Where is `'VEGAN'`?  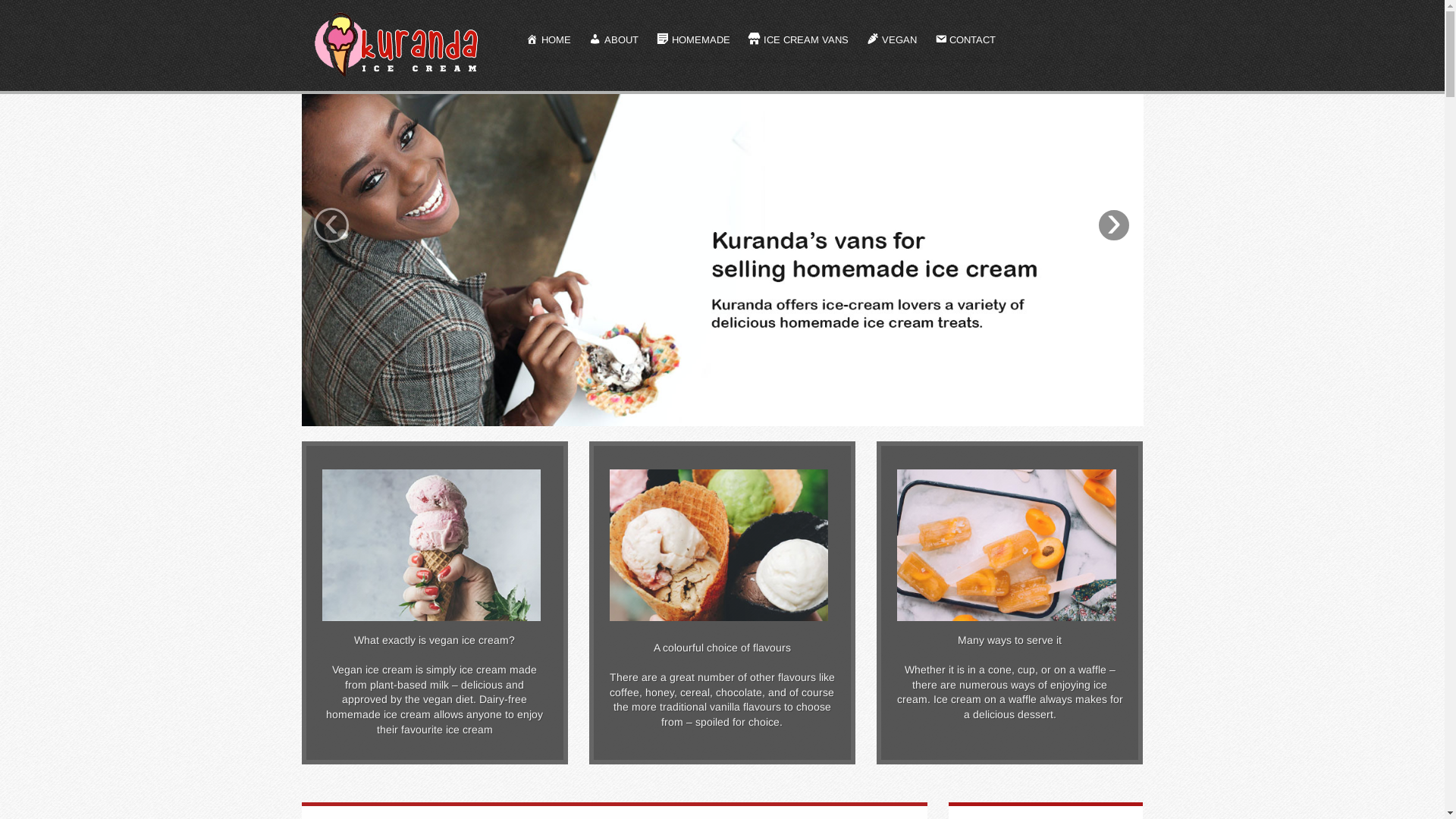 'VEGAN' is located at coordinates (892, 40).